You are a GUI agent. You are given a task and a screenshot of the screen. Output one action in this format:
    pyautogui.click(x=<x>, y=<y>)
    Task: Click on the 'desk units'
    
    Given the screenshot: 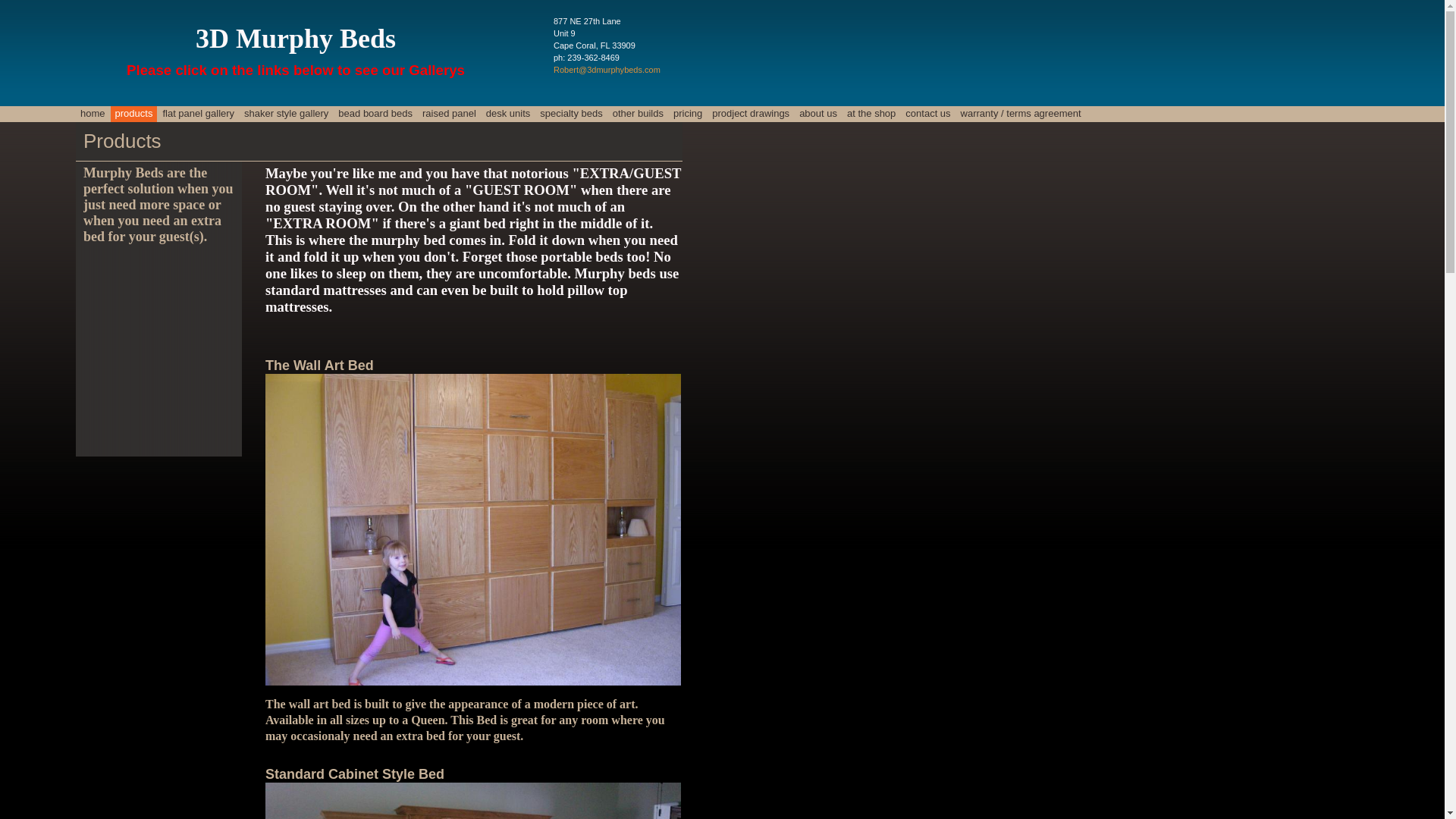 What is the action you would take?
    pyautogui.click(x=480, y=113)
    